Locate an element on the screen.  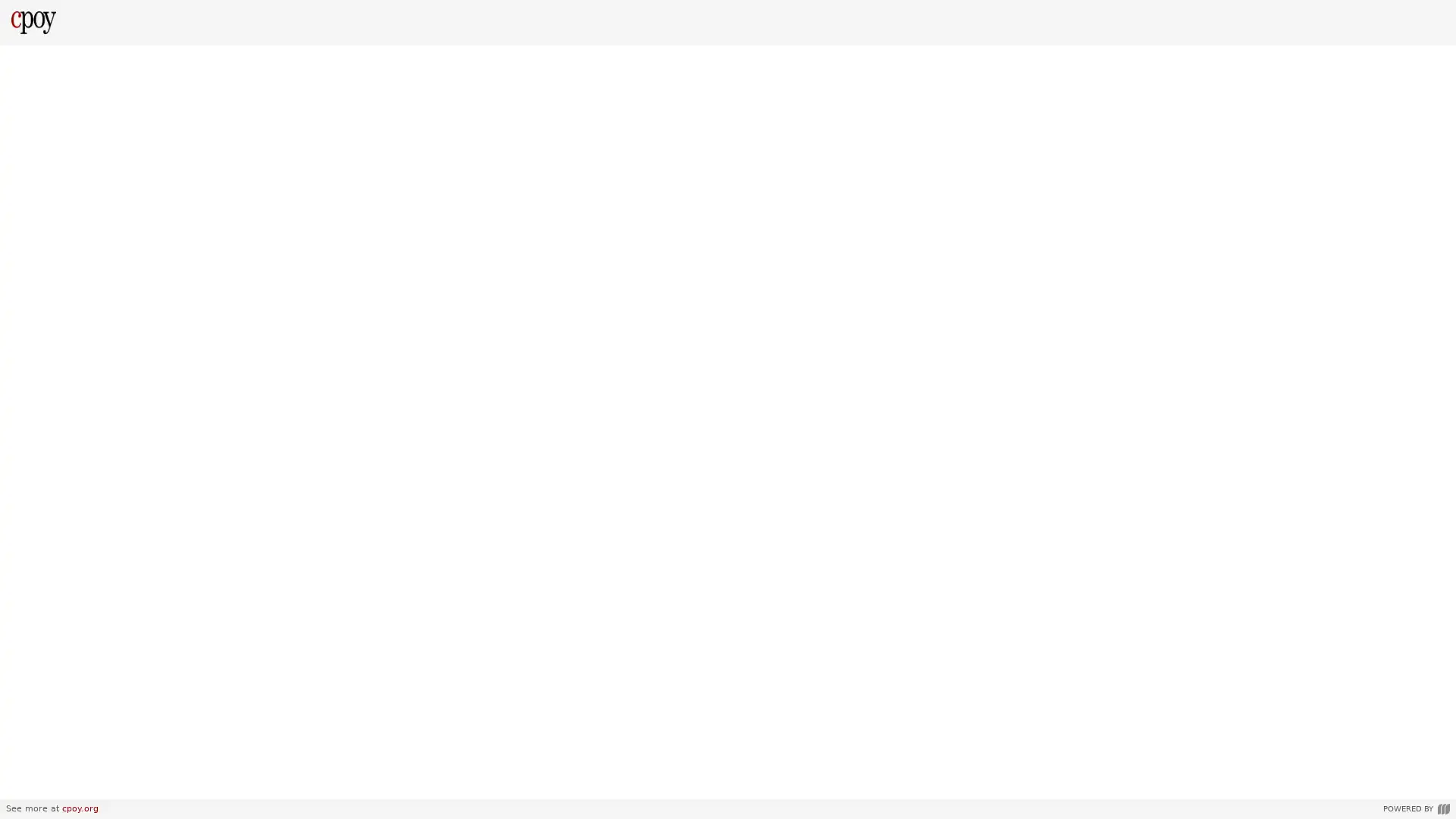
MENU is located at coordinates (26, 783).